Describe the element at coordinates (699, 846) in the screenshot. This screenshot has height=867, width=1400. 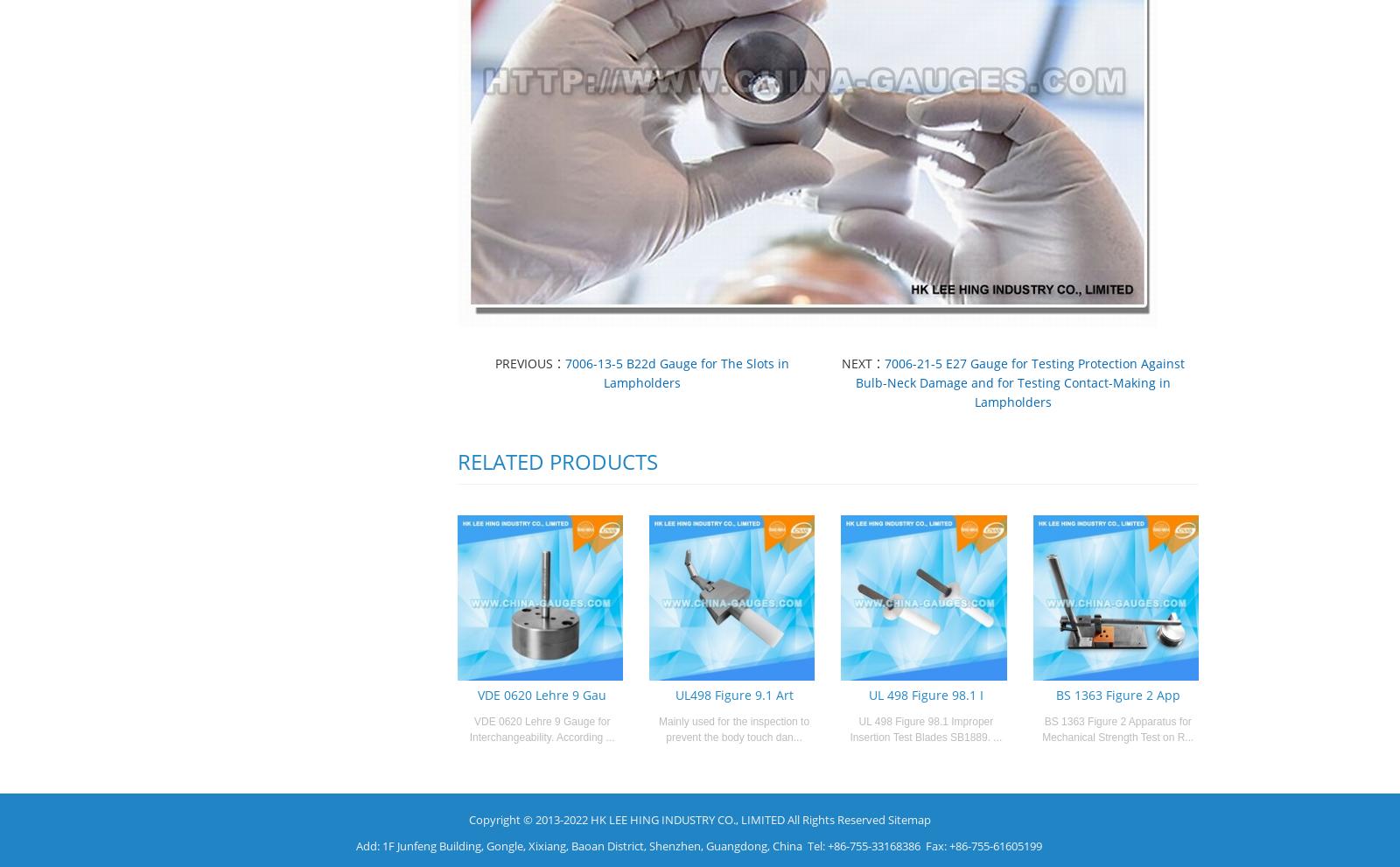
I see `'Add: 1F Junfeng Building, Gongle, Xixiang, Baoan District, Shenzhen, Guangdong, China  Tel: +86-755-33168386  Fax: +86-755-61605199'` at that location.